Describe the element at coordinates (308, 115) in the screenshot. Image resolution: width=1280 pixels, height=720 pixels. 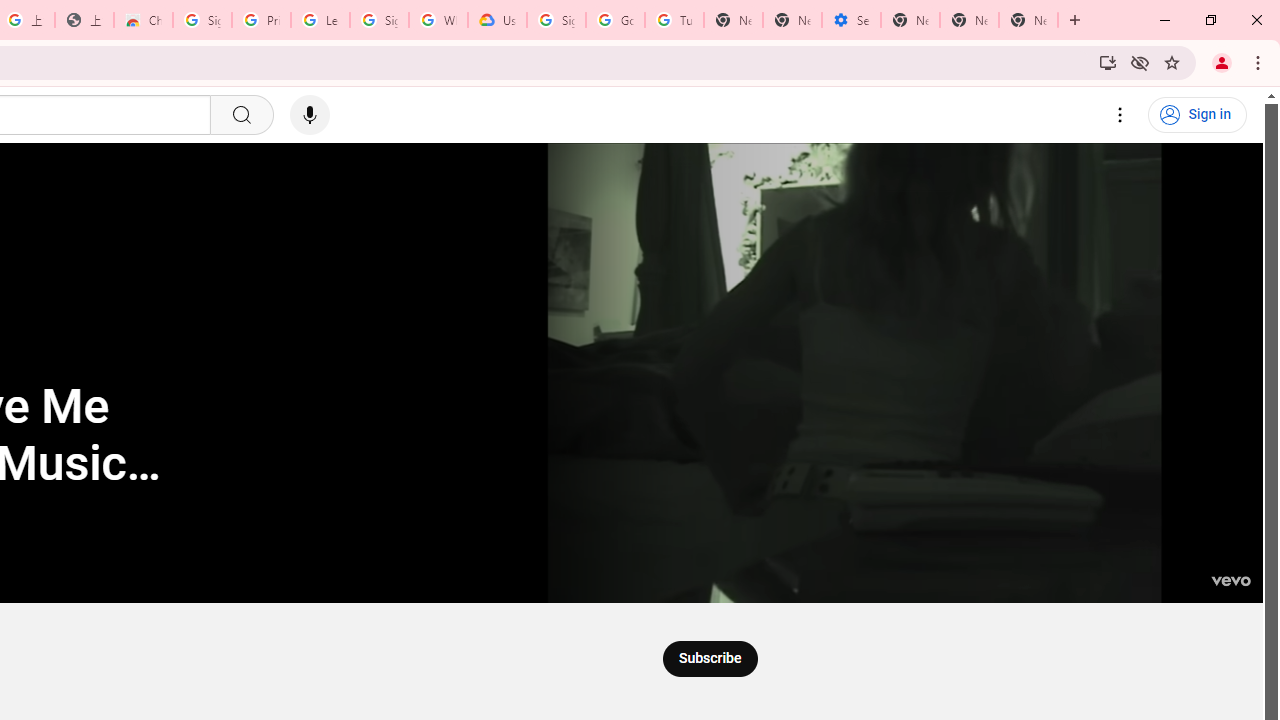
I see `'Search with your voice'` at that location.